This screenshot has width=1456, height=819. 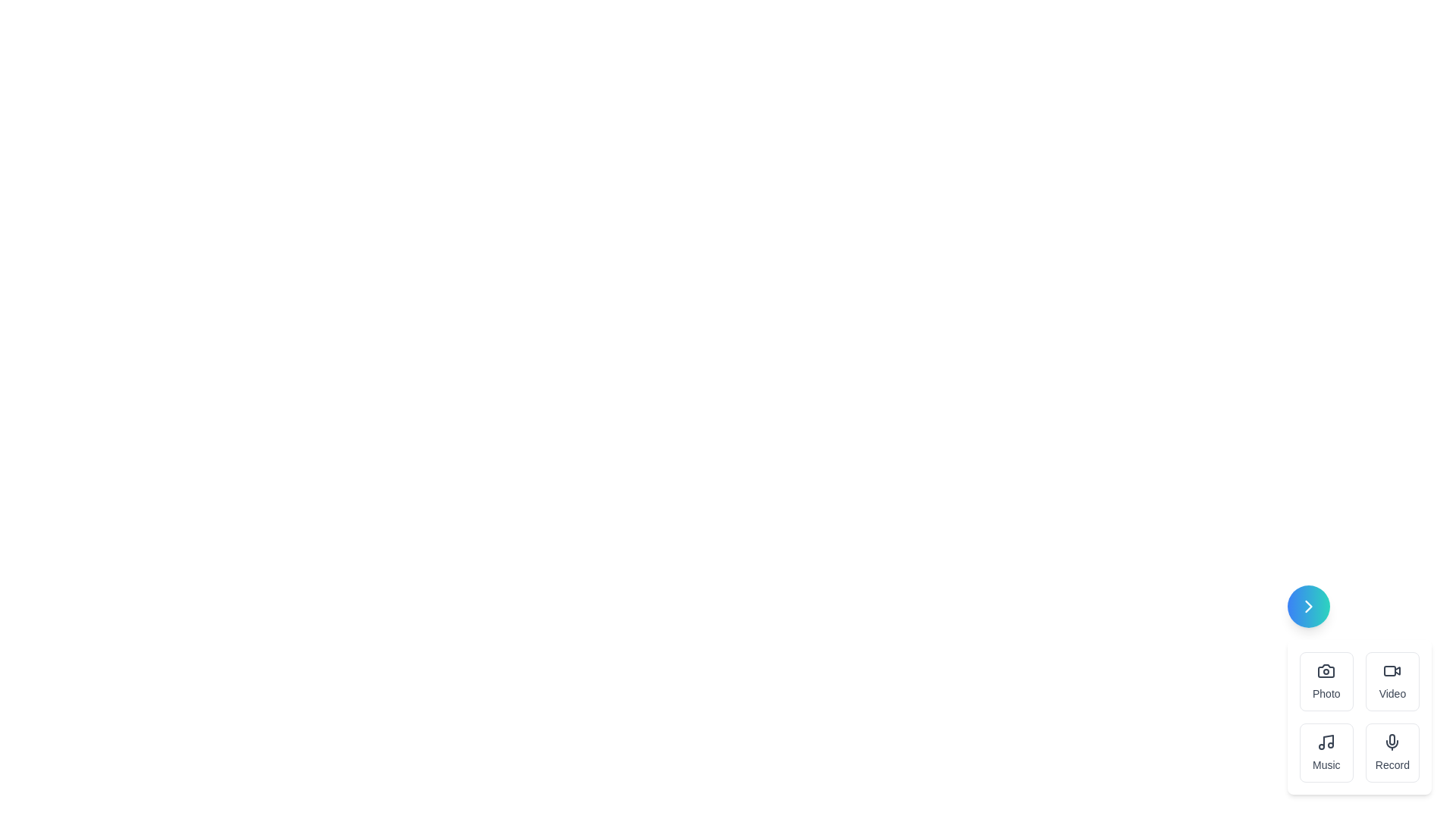 What do you see at coordinates (1307, 605) in the screenshot?
I see `the speed dial toggle button to open or close the menu` at bounding box center [1307, 605].